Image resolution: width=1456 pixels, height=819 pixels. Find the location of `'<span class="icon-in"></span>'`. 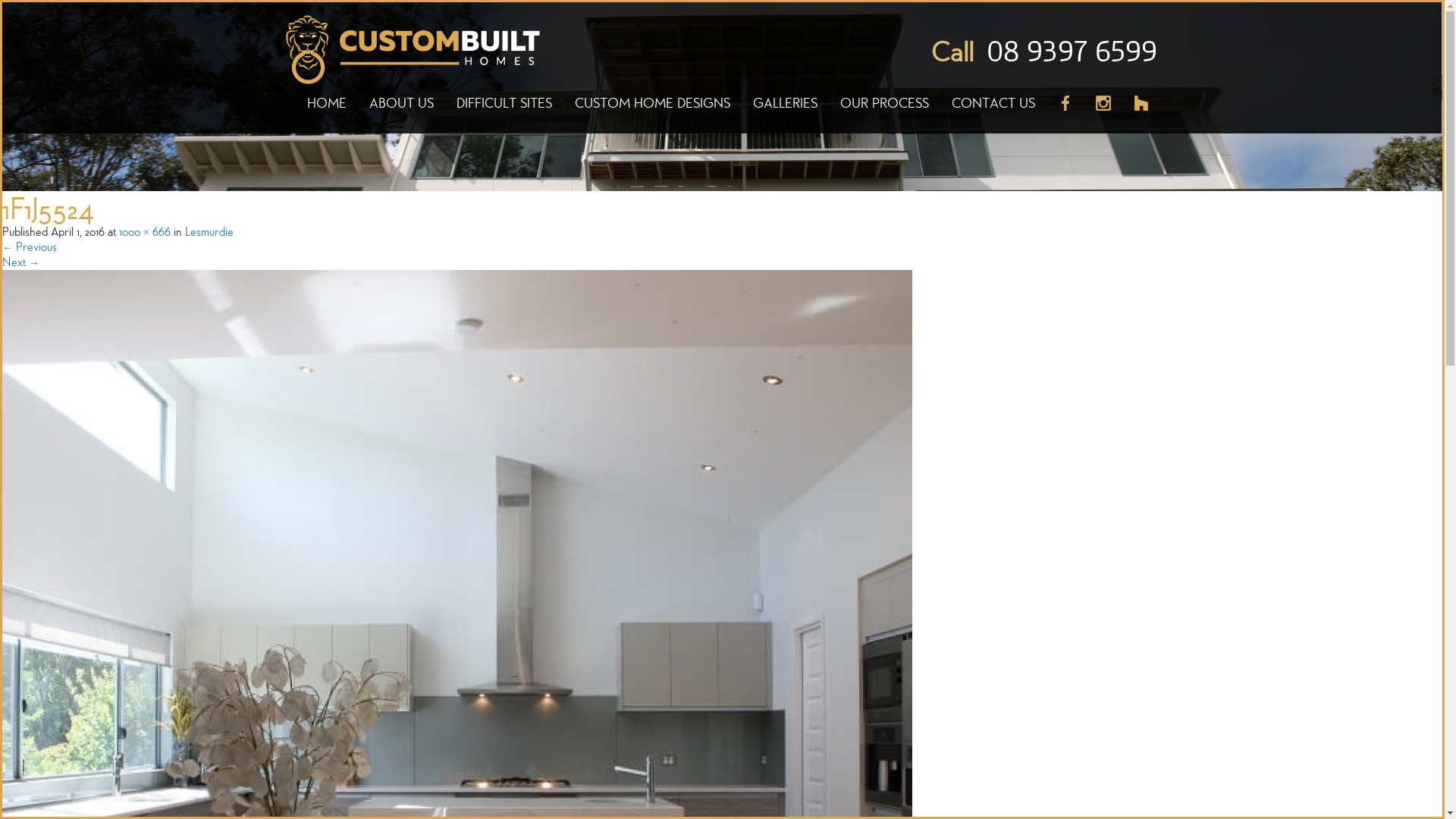

'<span class="icon-in"></span>' is located at coordinates (1103, 111).